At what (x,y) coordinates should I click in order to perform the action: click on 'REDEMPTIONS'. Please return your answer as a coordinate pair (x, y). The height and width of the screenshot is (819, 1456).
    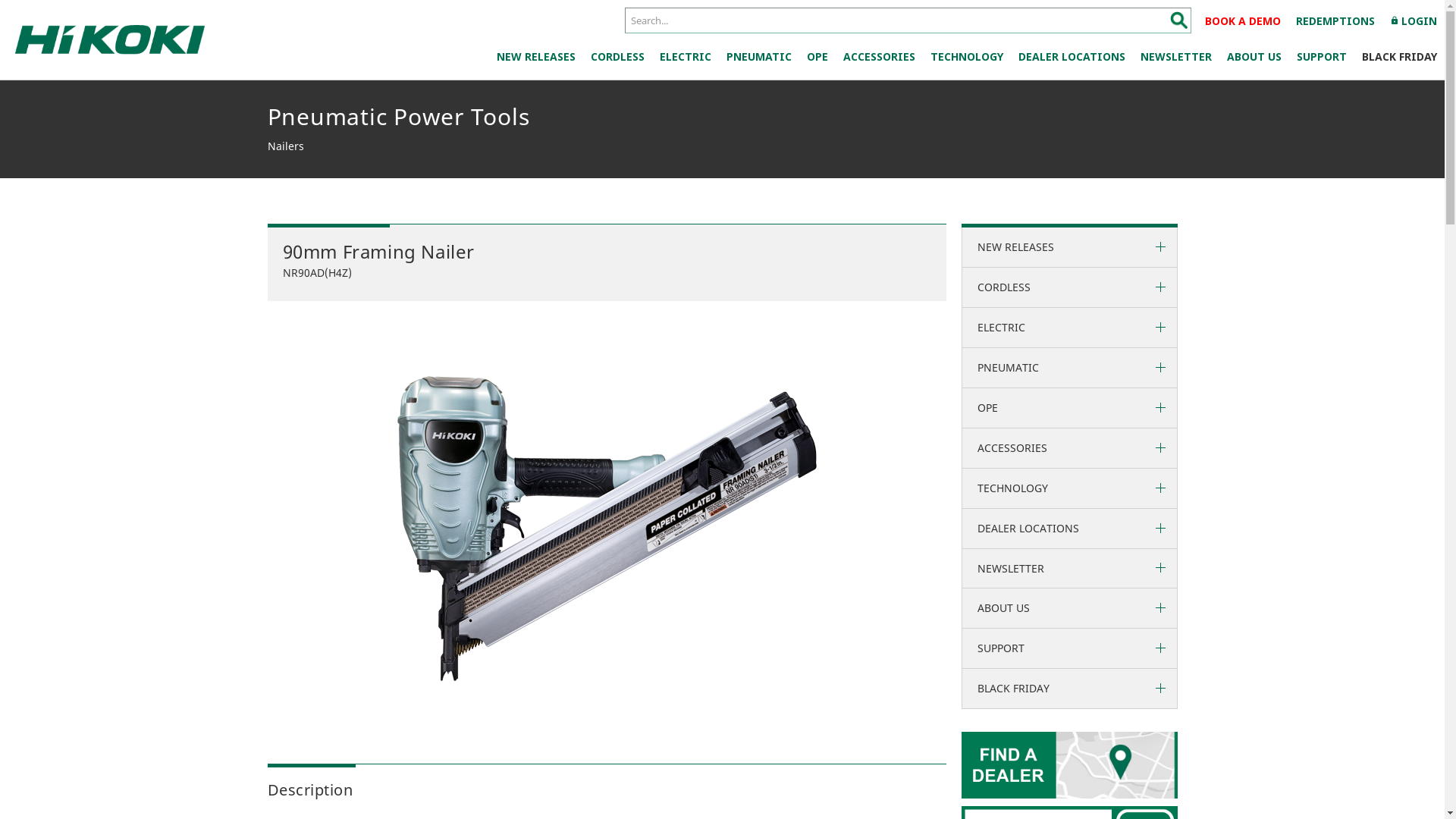
    Looking at the image, I should click on (1288, 20).